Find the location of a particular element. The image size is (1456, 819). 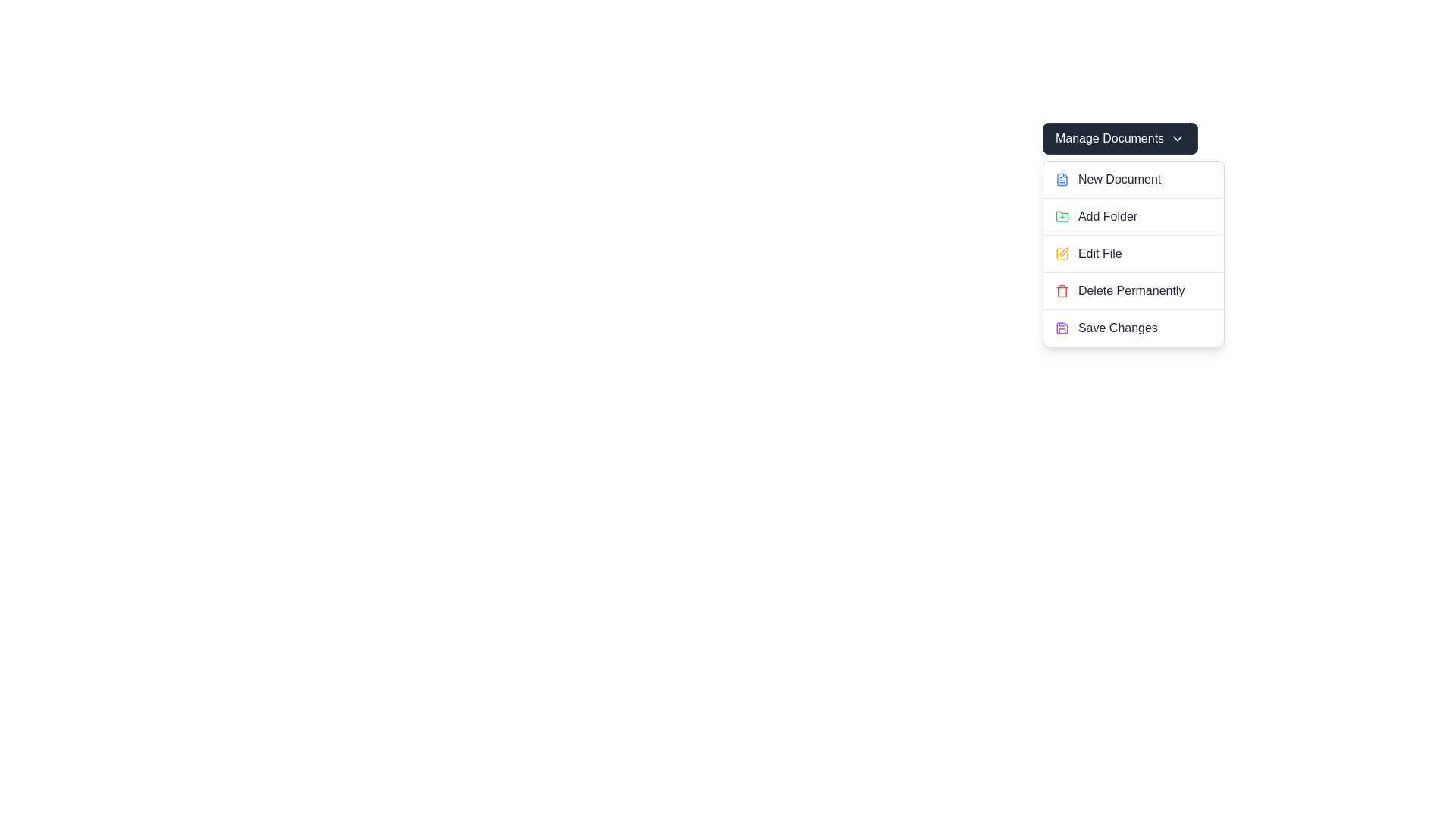

the 'Edit File' option in the popup menu is located at coordinates (1133, 253).